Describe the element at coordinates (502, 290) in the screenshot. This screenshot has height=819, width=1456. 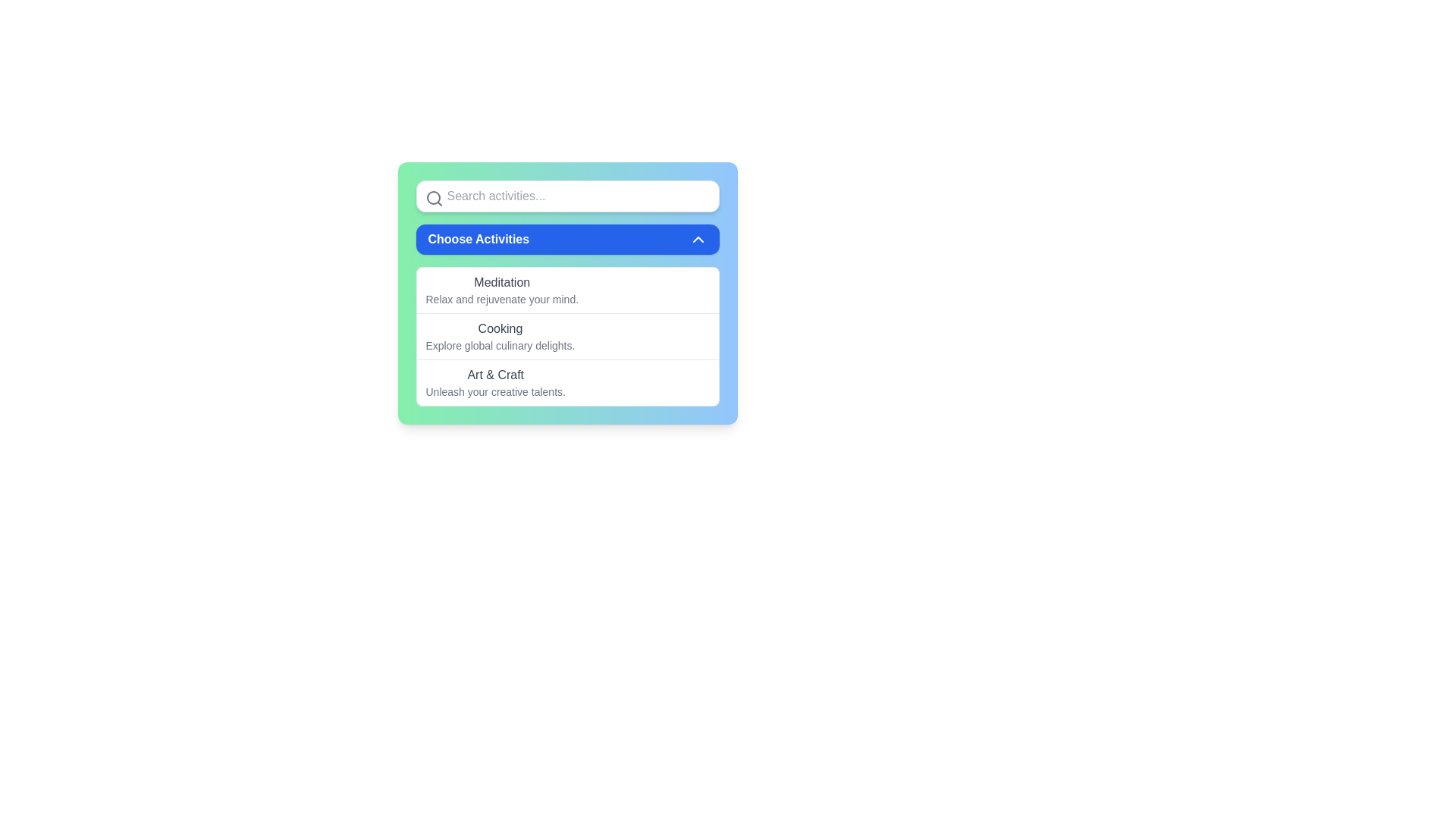
I see `the first text item labeled 'Meditation' in the selectable list` at that location.